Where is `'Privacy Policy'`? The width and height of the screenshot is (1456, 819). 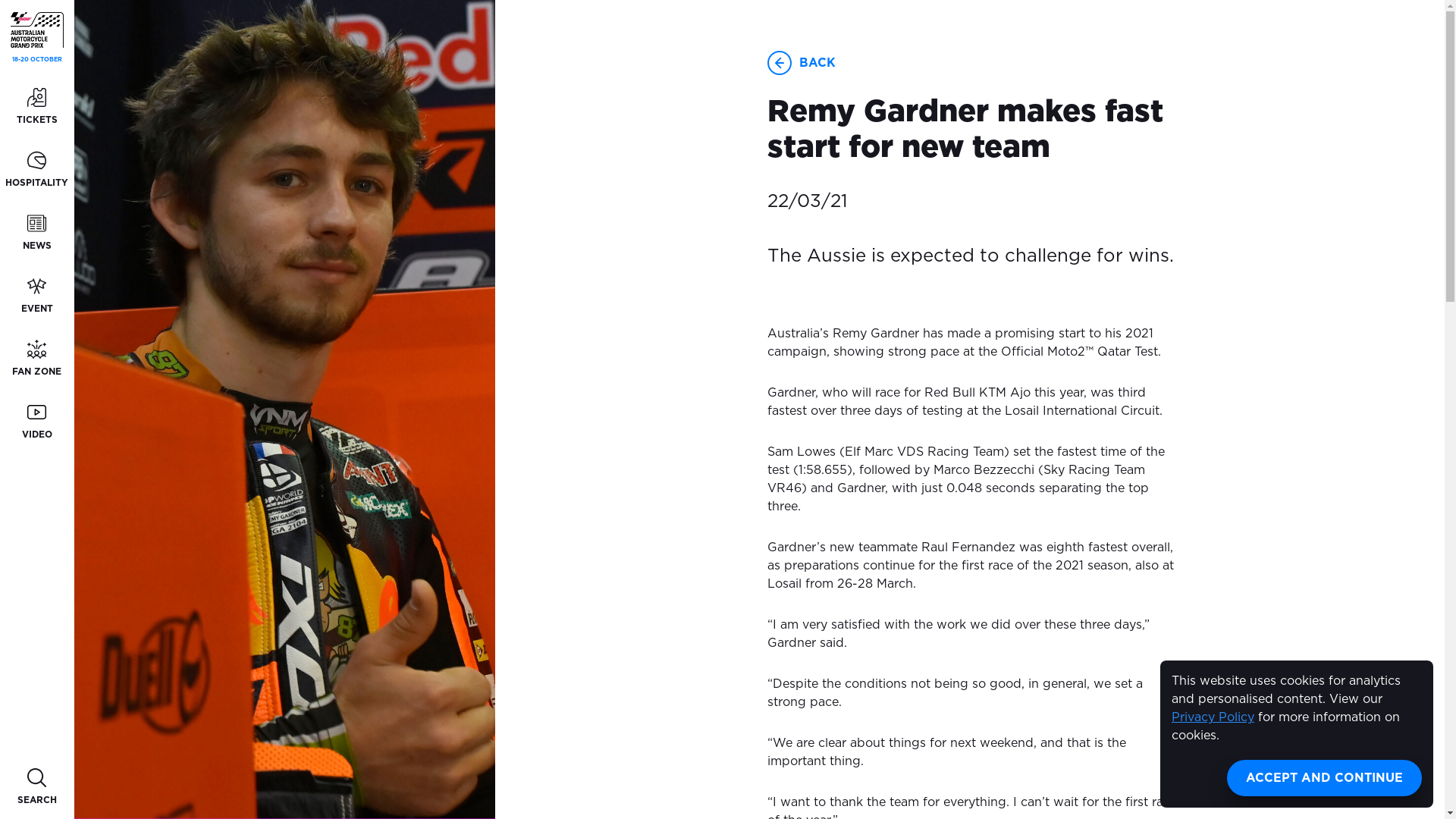
'Privacy Policy' is located at coordinates (1171, 717).